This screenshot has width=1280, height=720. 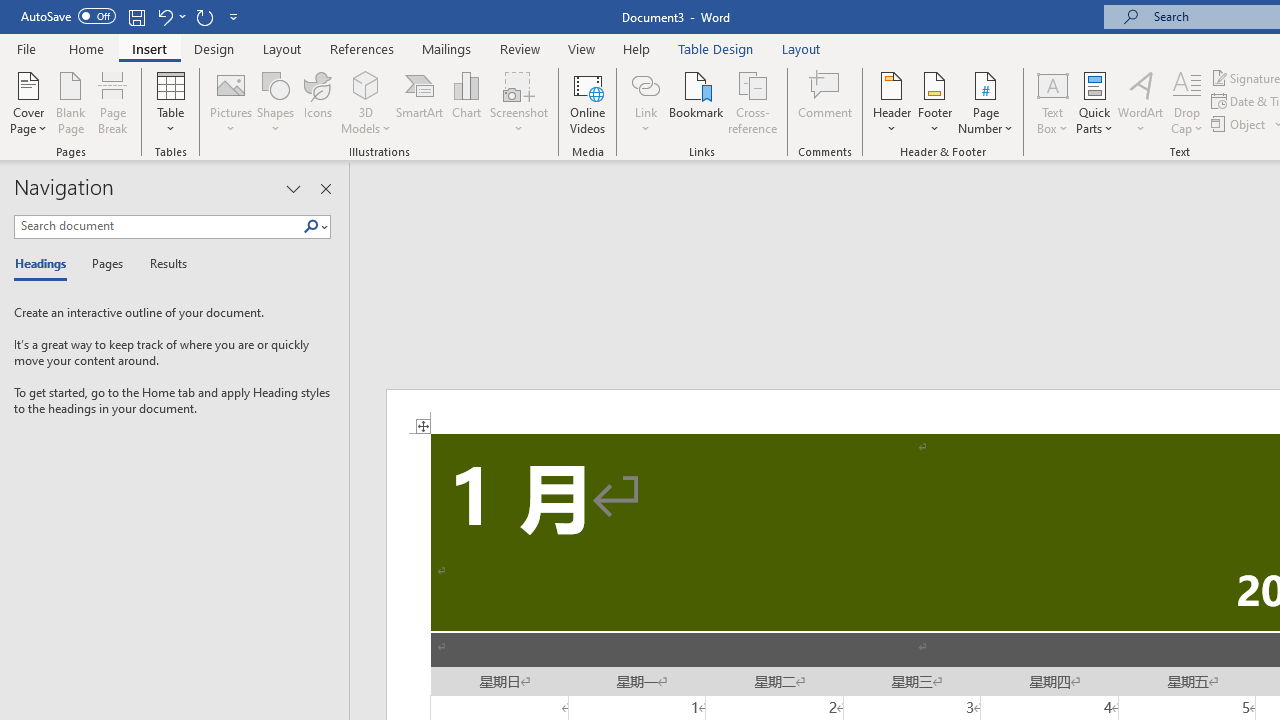 I want to click on 'Text Box', so click(x=1051, y=103).